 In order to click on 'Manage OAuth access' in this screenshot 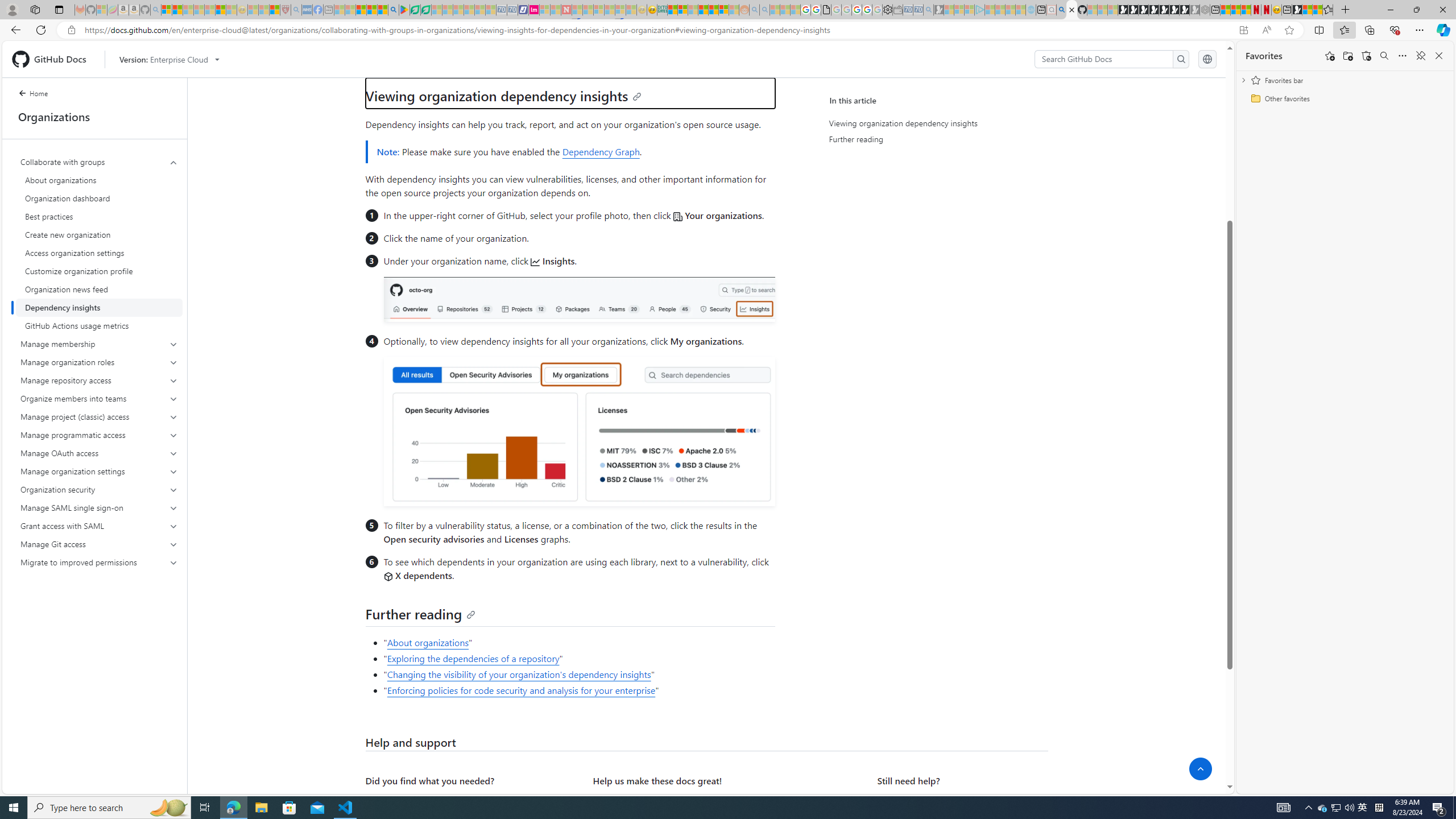, I will do `click(99, 453)`.